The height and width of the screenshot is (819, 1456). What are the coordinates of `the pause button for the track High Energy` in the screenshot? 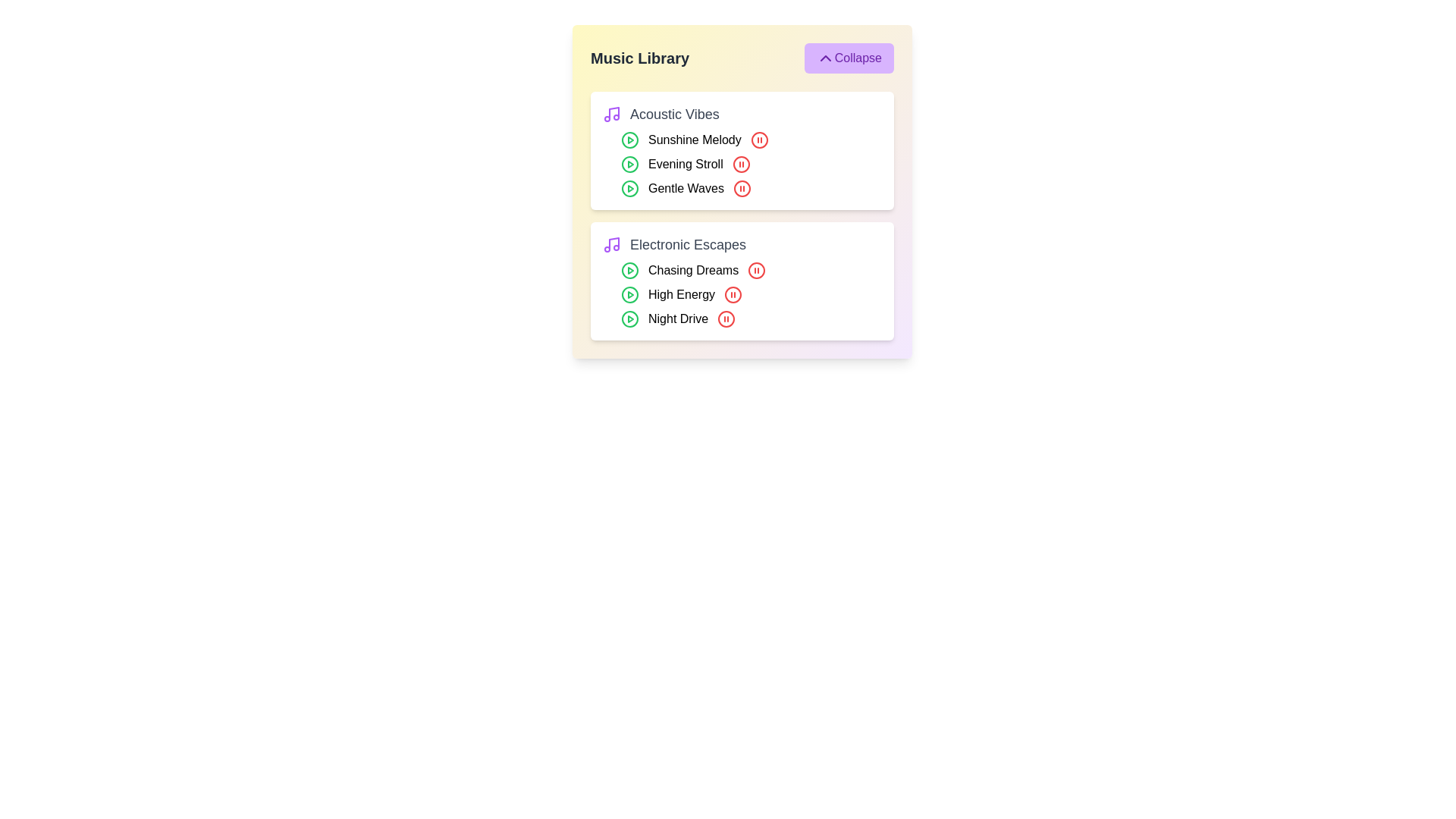 It's located at (733, 295).